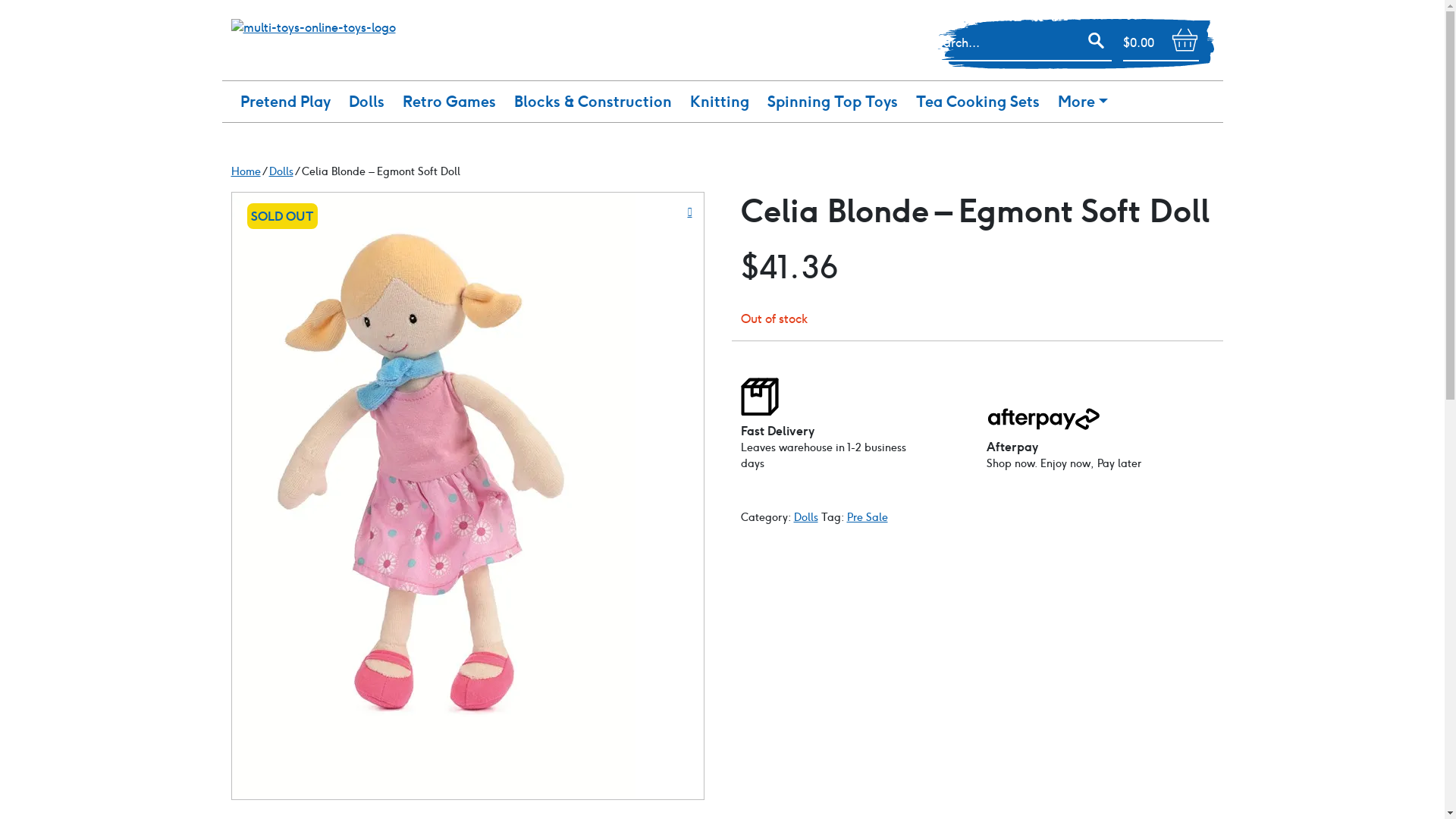 The height and width of the screenshot is (819, 1456). What do you see at coordinates (1159, 42) in the screenshot?
I see `'$0.00'` at bounding box center [1159, 42].